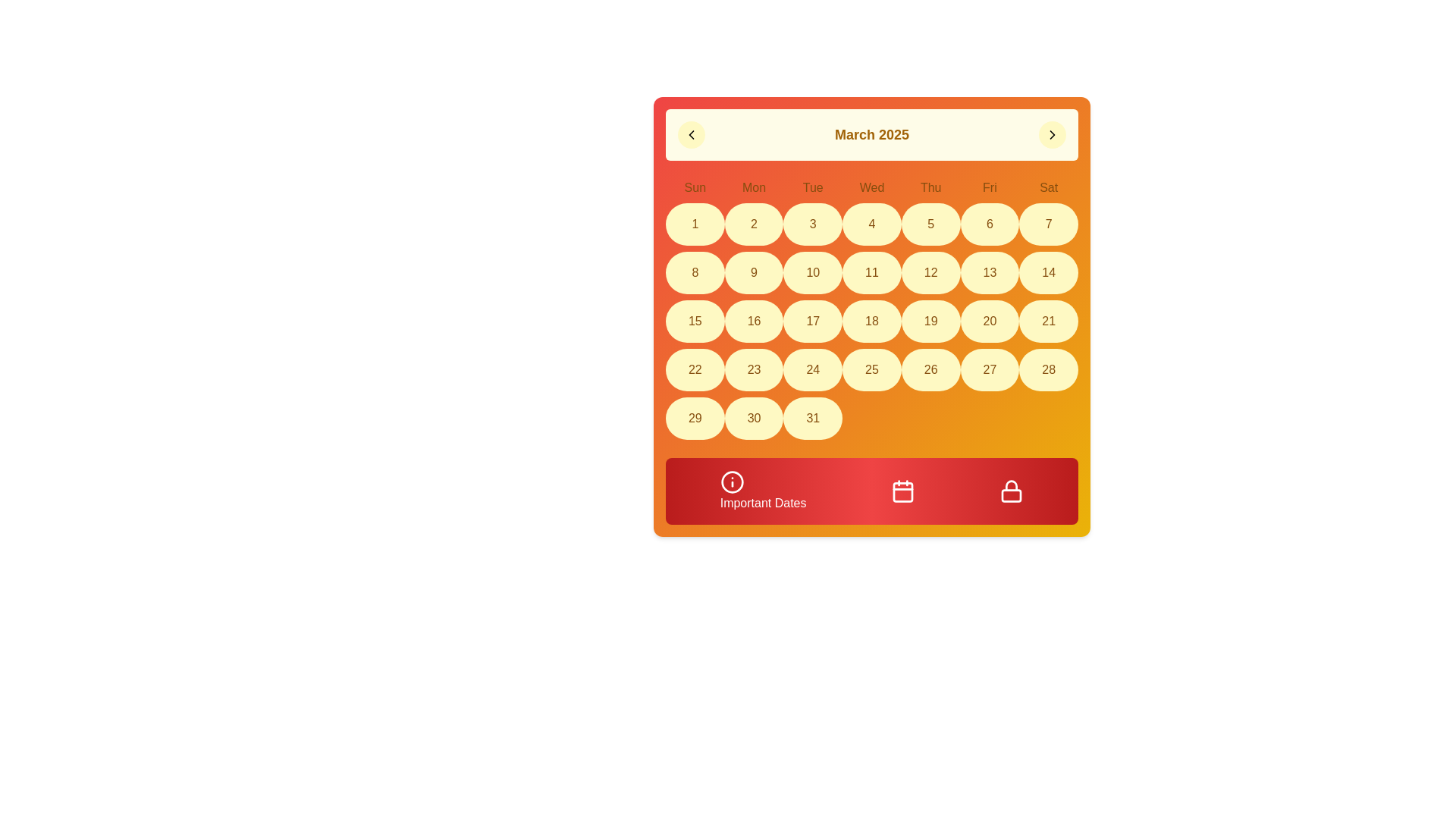 The height and width of the screenshot is (819, 1456). What do you see at coordinates (930, 321) in the screenshot?
I see `the button-like text element representing the 19th day of March 2025 in the calendar grid` at bounding box center [930, 321].